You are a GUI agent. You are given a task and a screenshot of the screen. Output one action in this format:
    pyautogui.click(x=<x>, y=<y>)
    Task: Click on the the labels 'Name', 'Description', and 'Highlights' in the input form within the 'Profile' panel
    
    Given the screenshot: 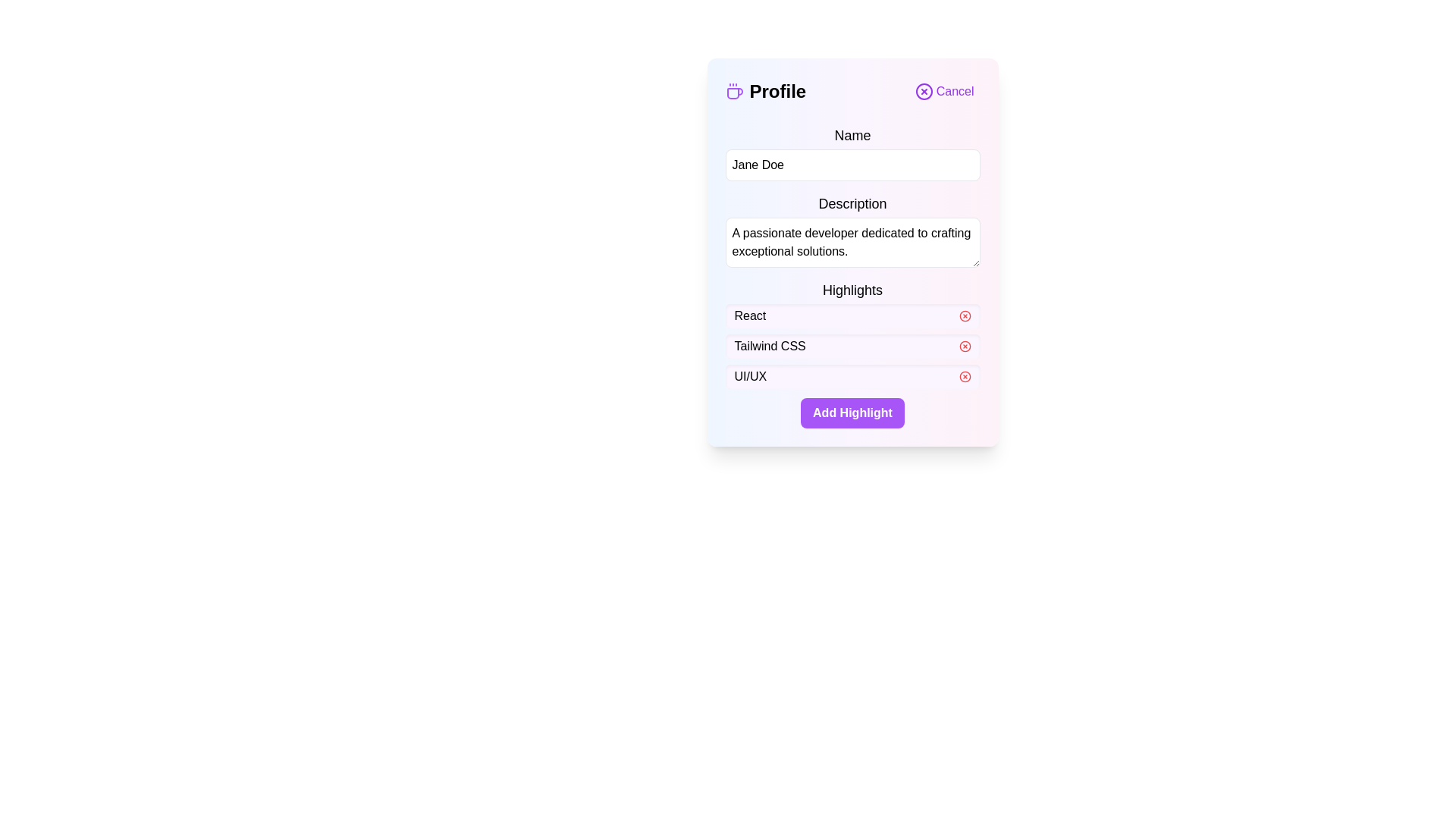 What is the action you would take?
    pyautogui.click(x=852, y=277)
    